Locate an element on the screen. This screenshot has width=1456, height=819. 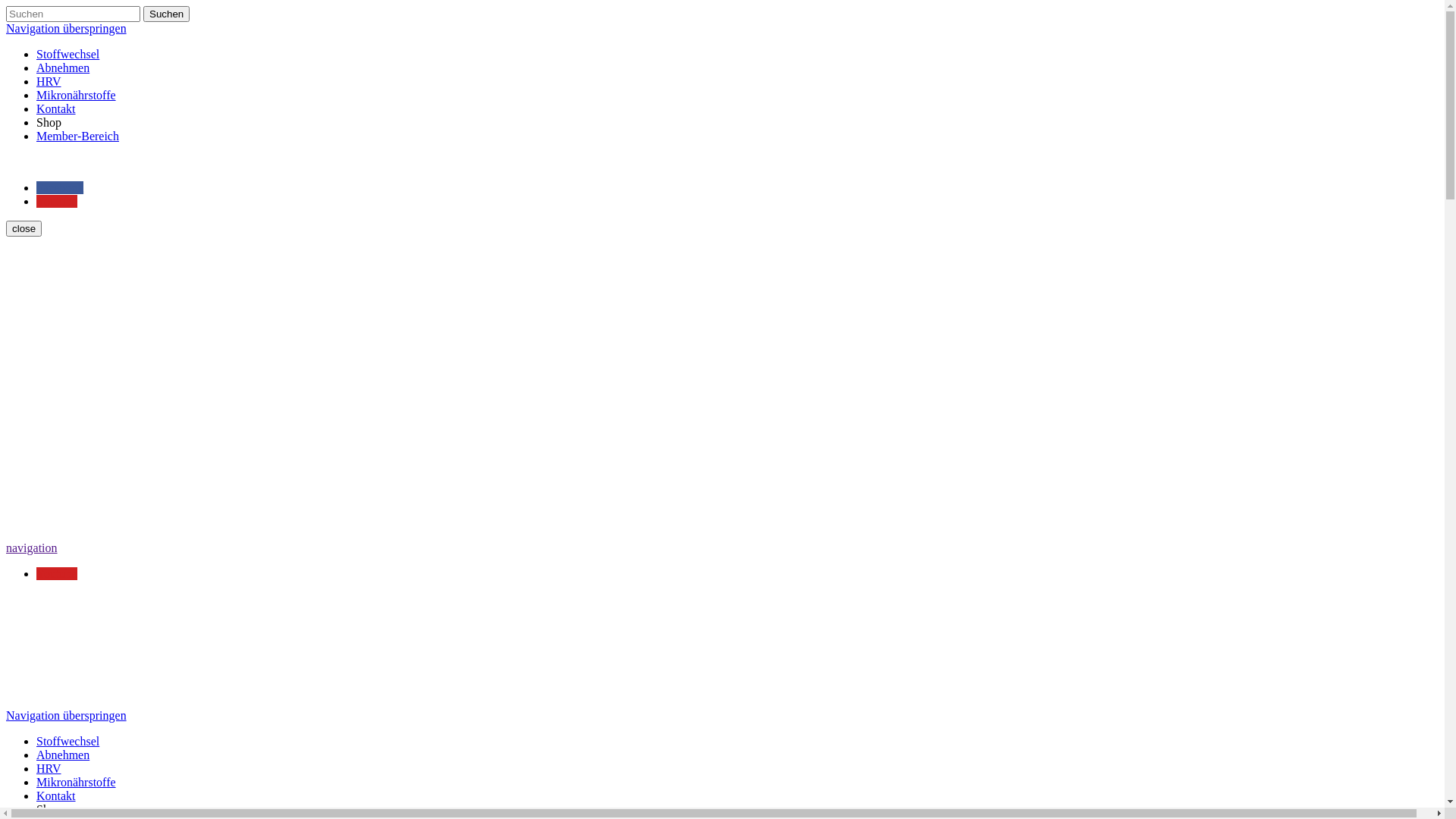
'close' is located at coordinates (24, 228).